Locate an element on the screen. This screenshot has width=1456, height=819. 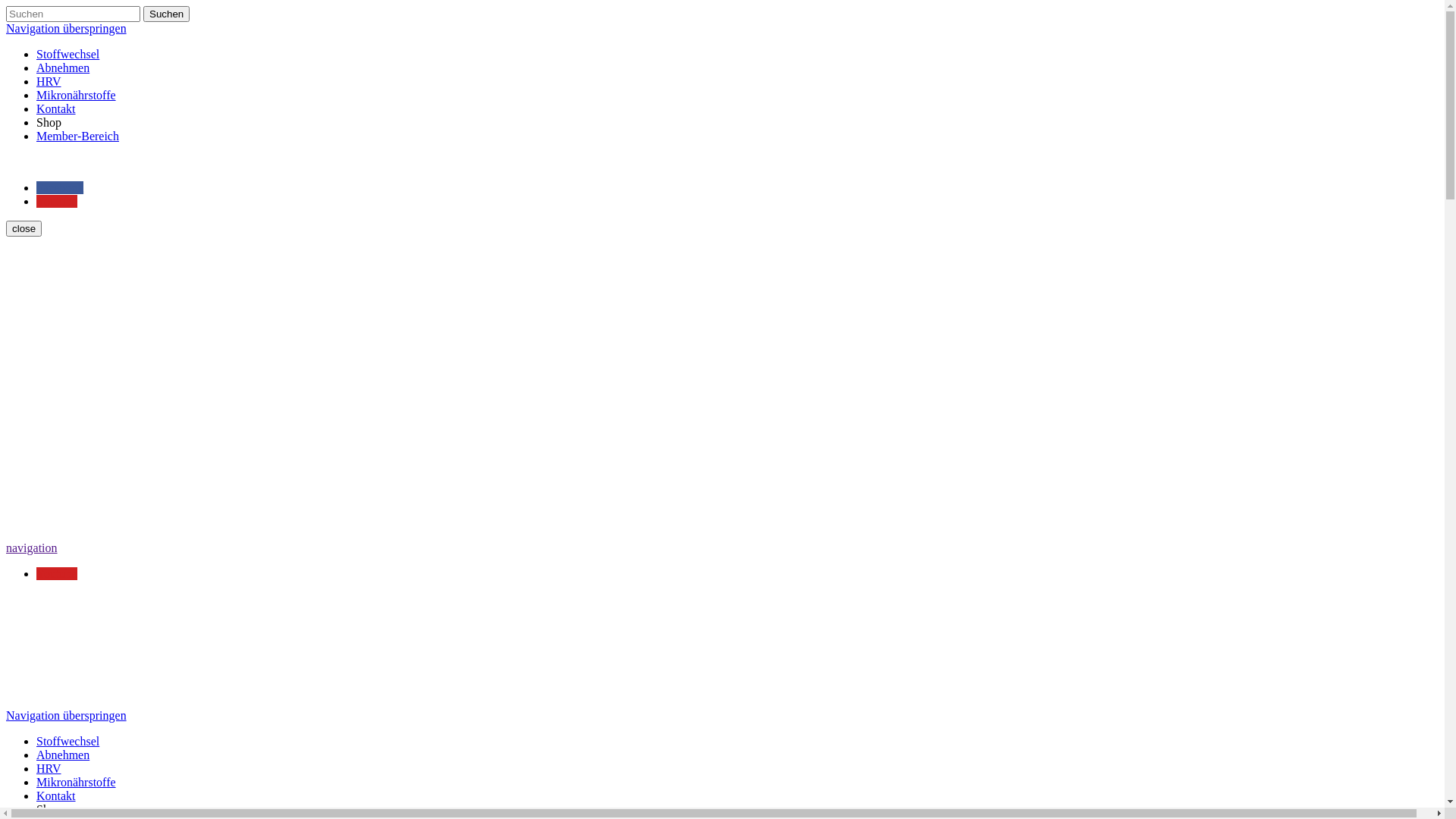
'close' is located at coordinates (24, 228).